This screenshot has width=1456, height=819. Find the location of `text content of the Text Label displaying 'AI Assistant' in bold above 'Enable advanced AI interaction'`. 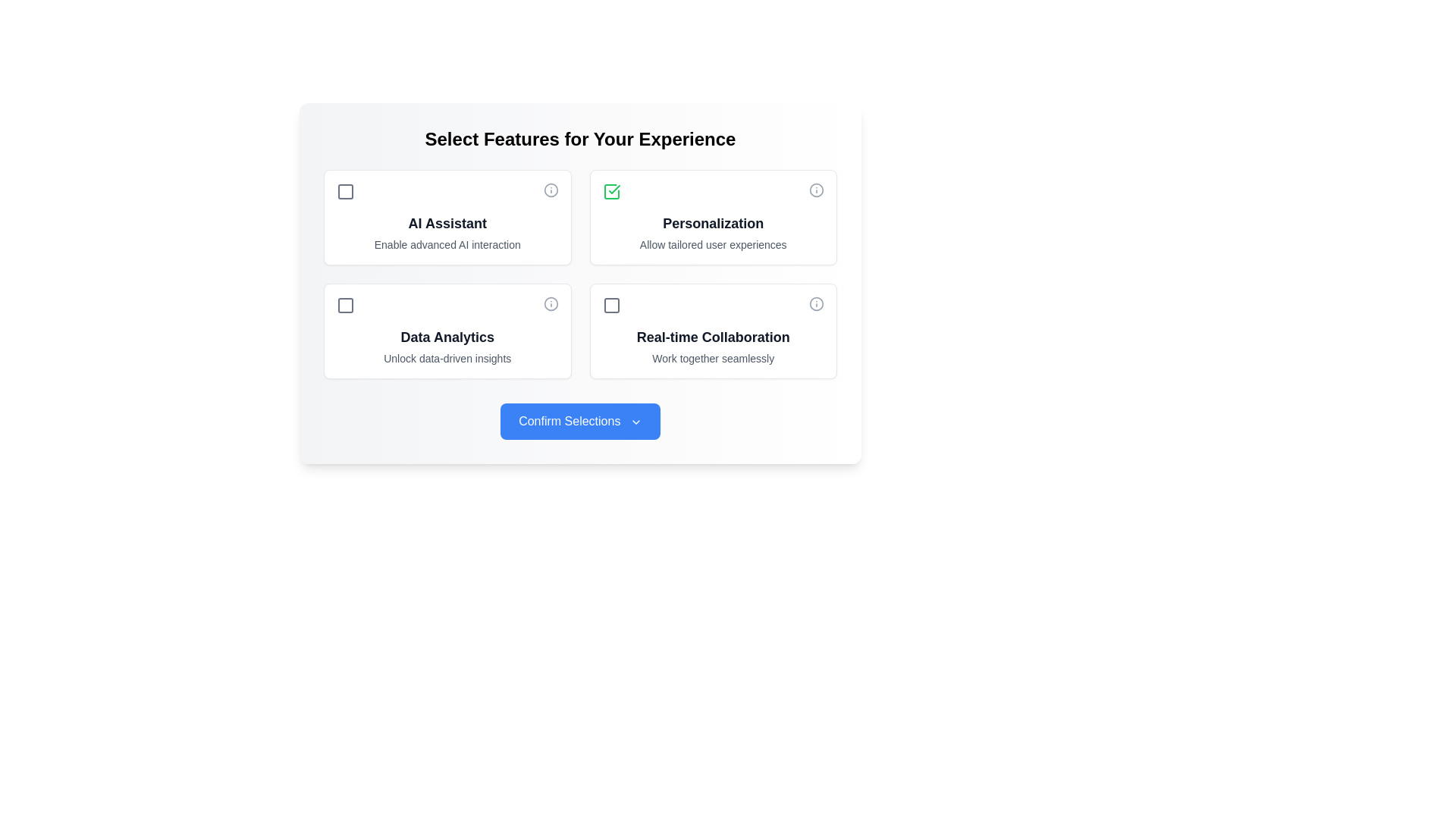

text content of the Text Label displaying 'AI Assistant' in bold above 'Enable advanced AI interaction' is located at coordinates (447, 233).